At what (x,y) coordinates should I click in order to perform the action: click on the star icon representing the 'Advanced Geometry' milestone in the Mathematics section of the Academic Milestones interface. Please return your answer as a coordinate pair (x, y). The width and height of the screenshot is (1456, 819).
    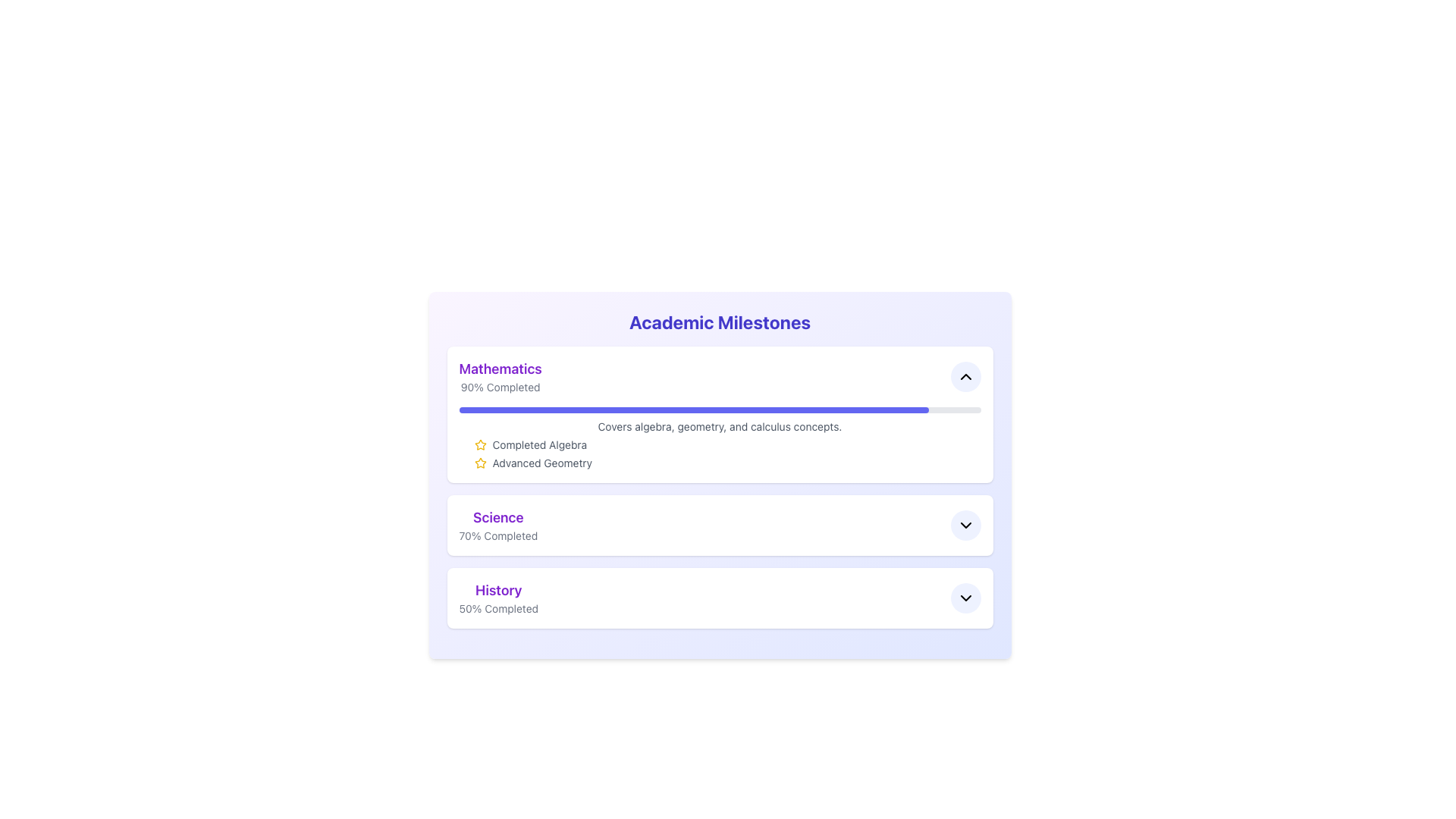
    Looking at the image, I should click on (479, 444).